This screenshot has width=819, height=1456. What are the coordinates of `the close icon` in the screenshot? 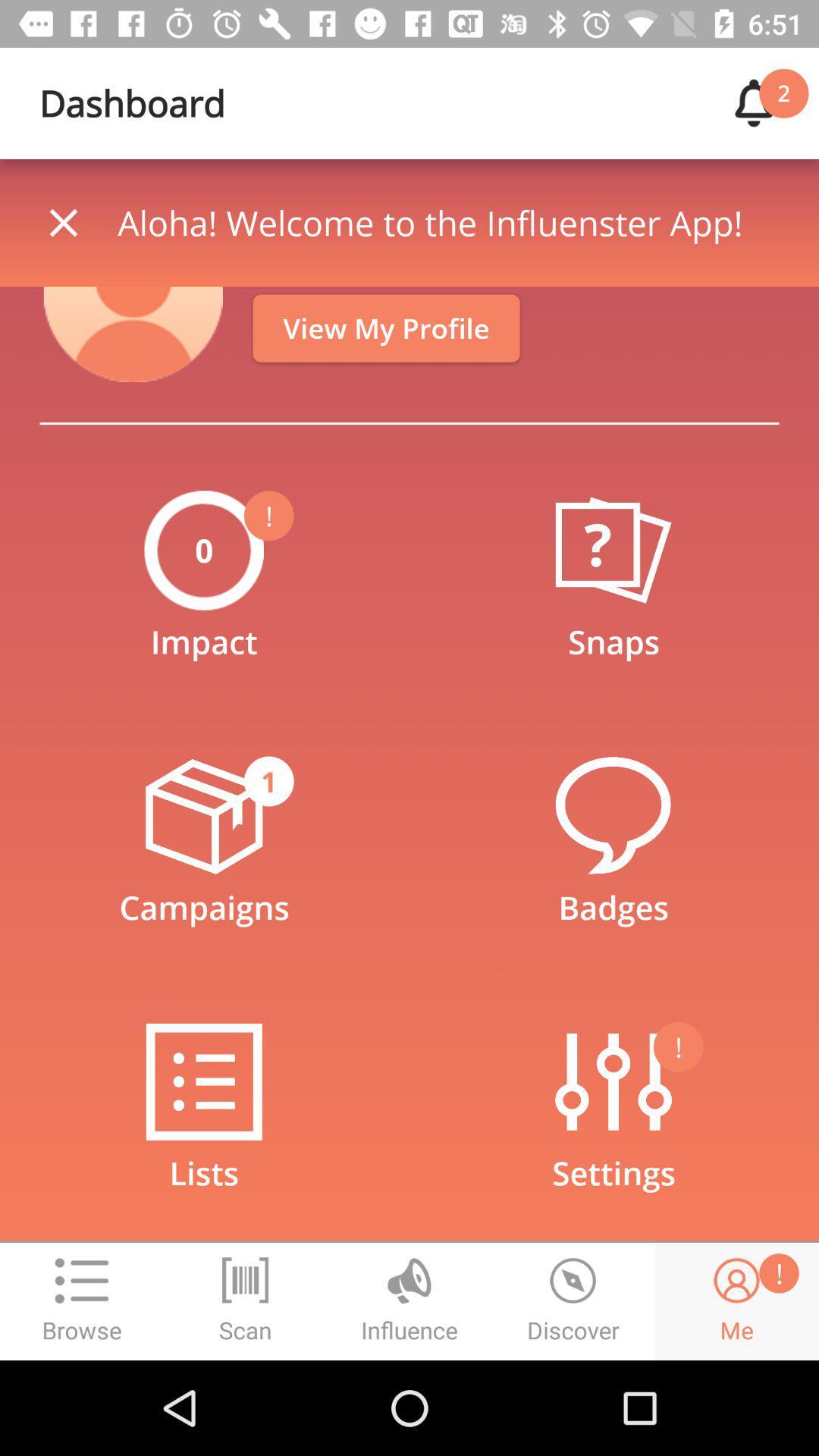 It's located at (63, 221).